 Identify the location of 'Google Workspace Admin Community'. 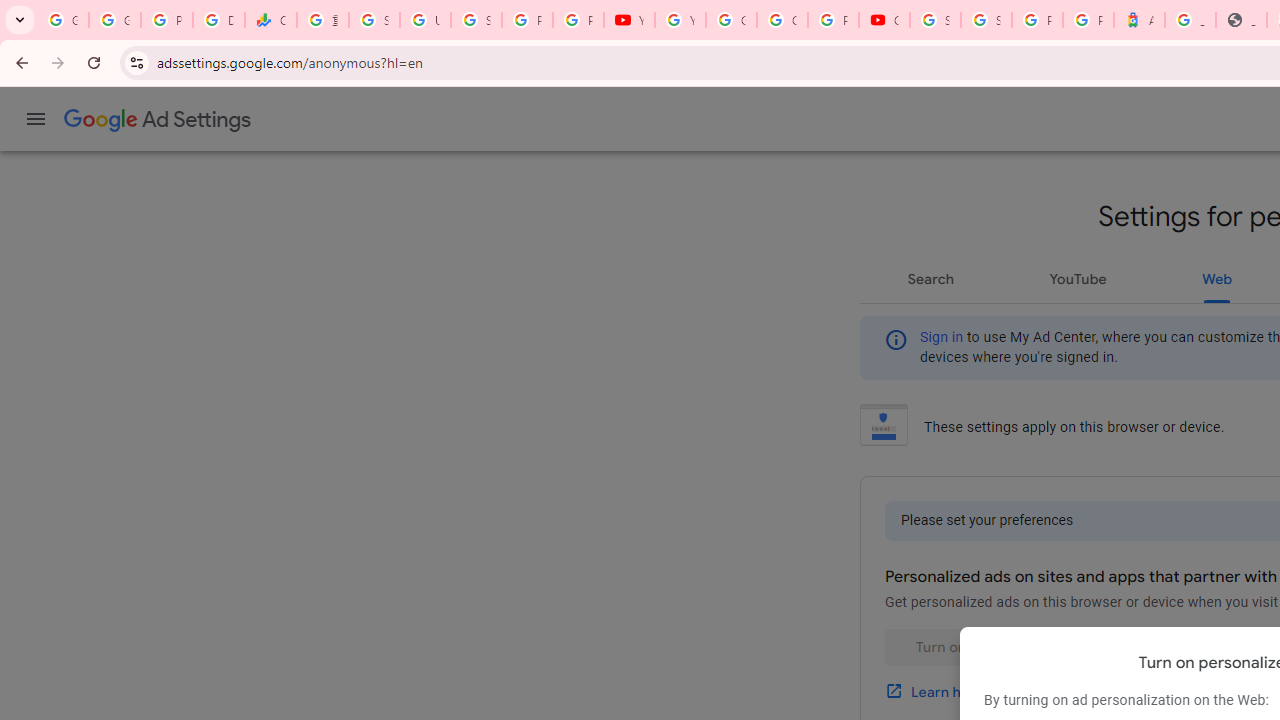
(63, 20).